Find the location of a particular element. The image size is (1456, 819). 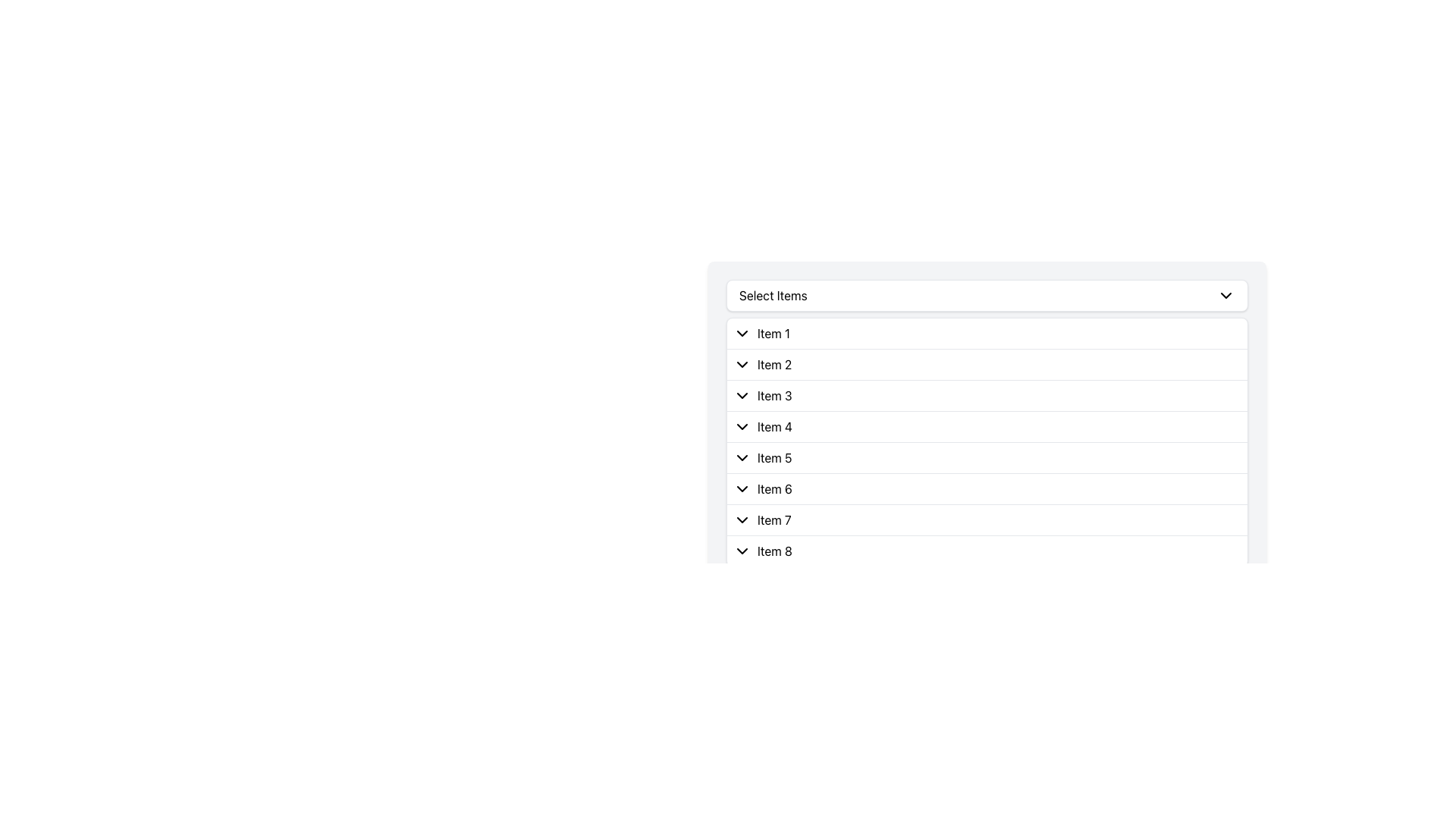

the fourth dropdown list item labeled 'Item 4' is located at coordinates (987, 426).